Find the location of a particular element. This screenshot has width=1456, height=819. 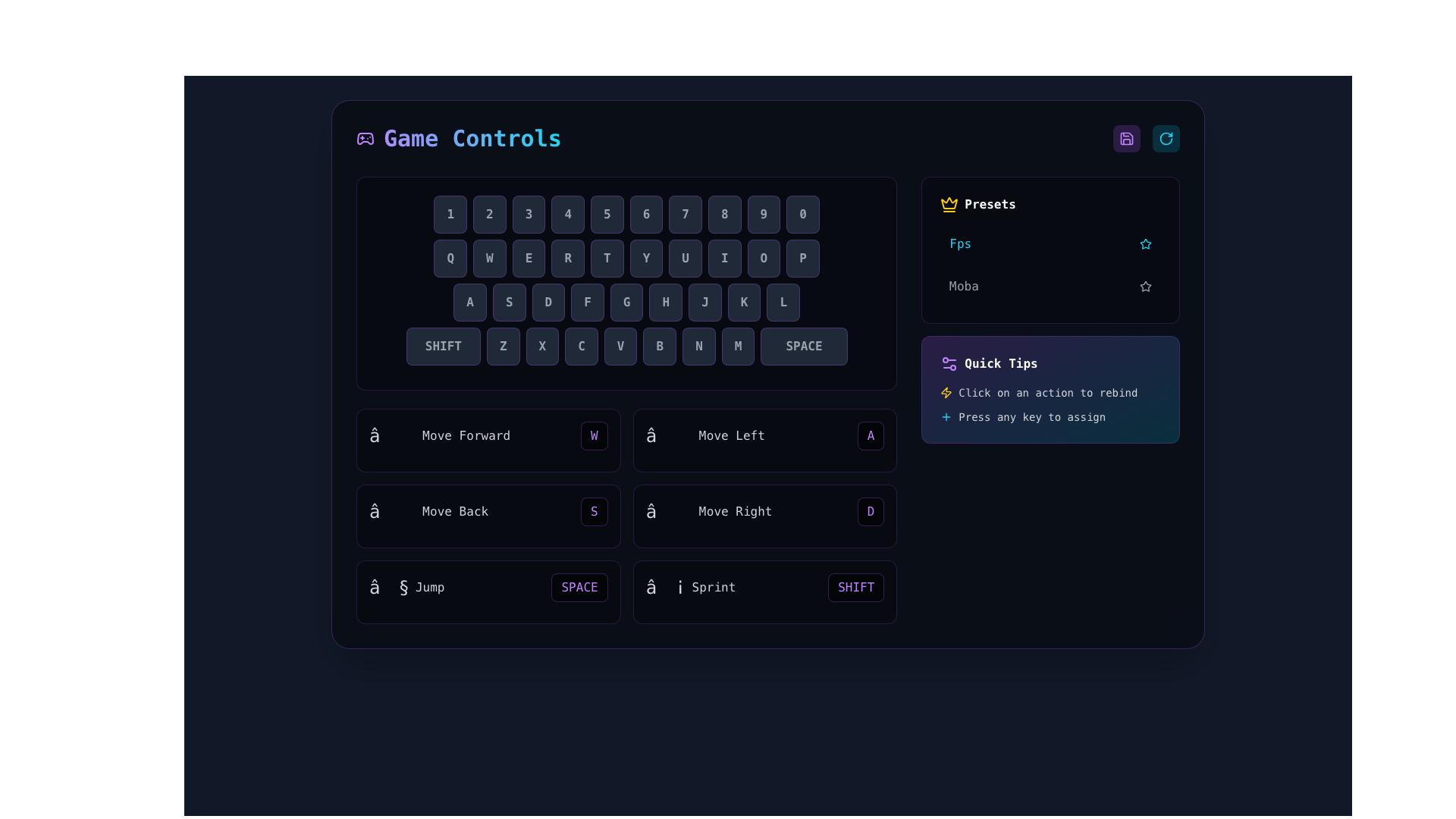

the 'C' button located in the third row of the keyboard in the 'Game Controls' section to simulate pressing the 'C' key is located at coordinates (581, 346).